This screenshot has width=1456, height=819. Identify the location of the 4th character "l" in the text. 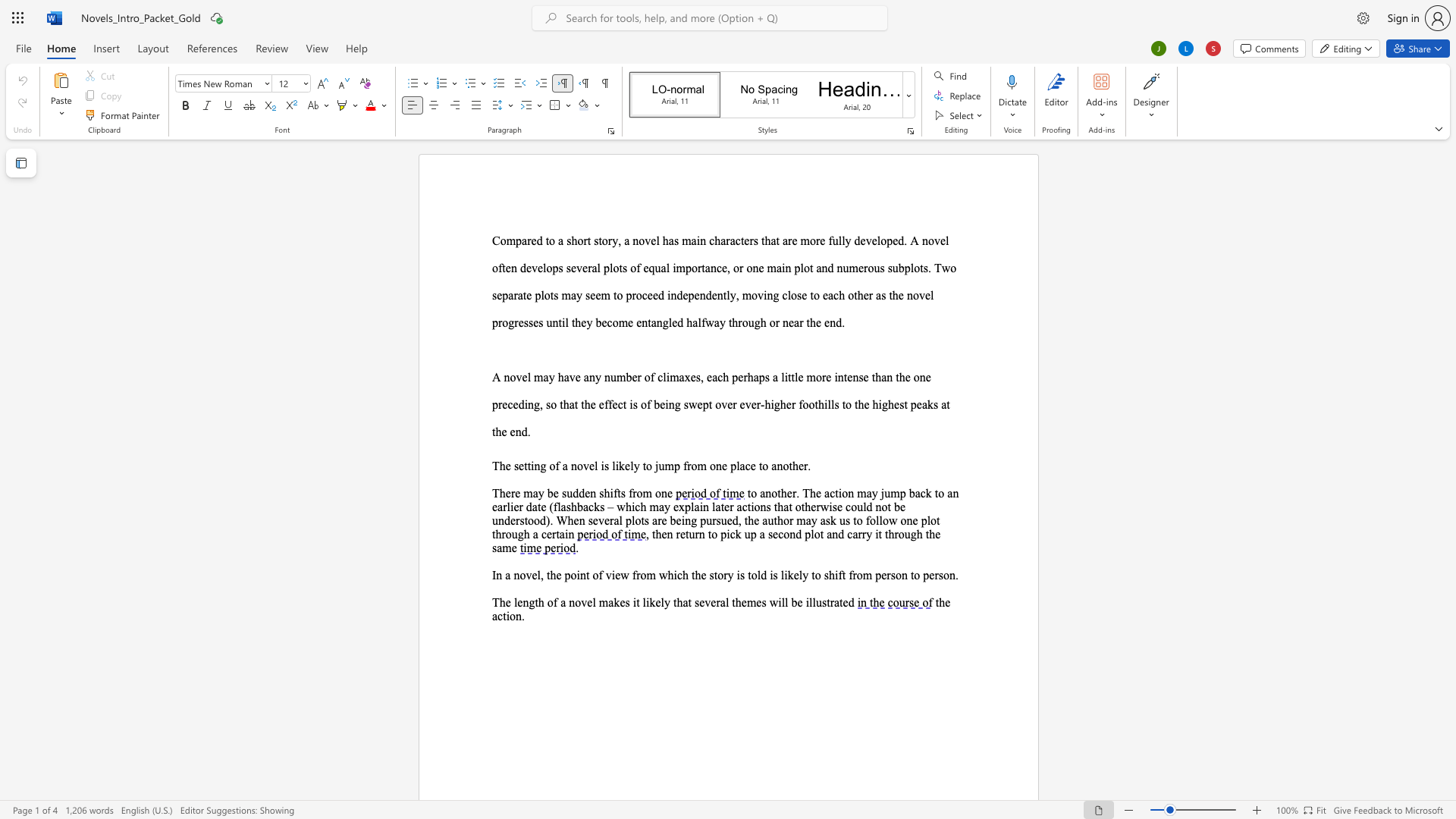
(879, 240).